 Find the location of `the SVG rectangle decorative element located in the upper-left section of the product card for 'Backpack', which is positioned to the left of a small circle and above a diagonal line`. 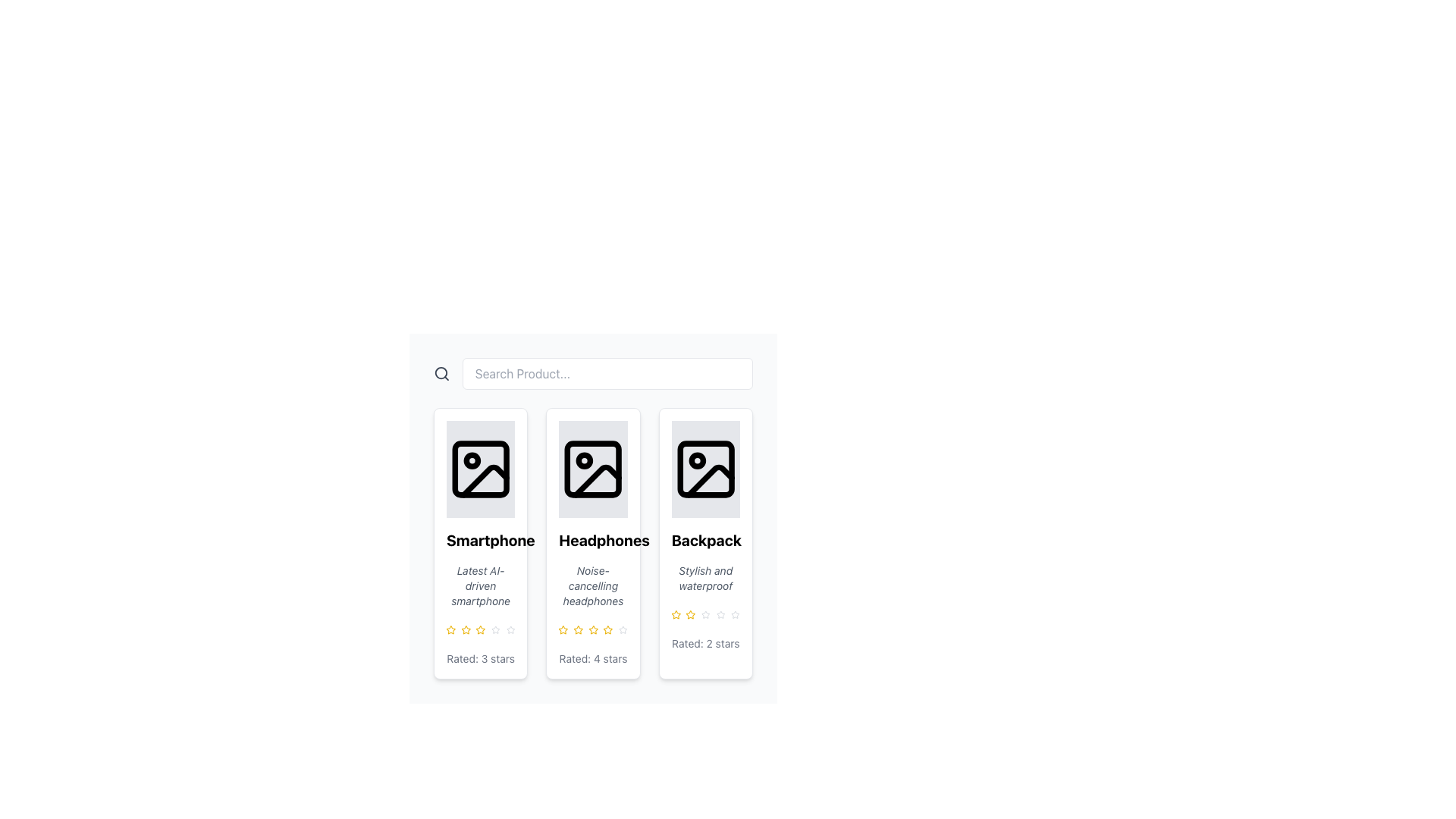

the SVG rectangle decorative element located in the upper-left section of the product card for 'Backpack', which is positioned to the left of a small circle and above a diagonal line is located at coordinates (704, 468).